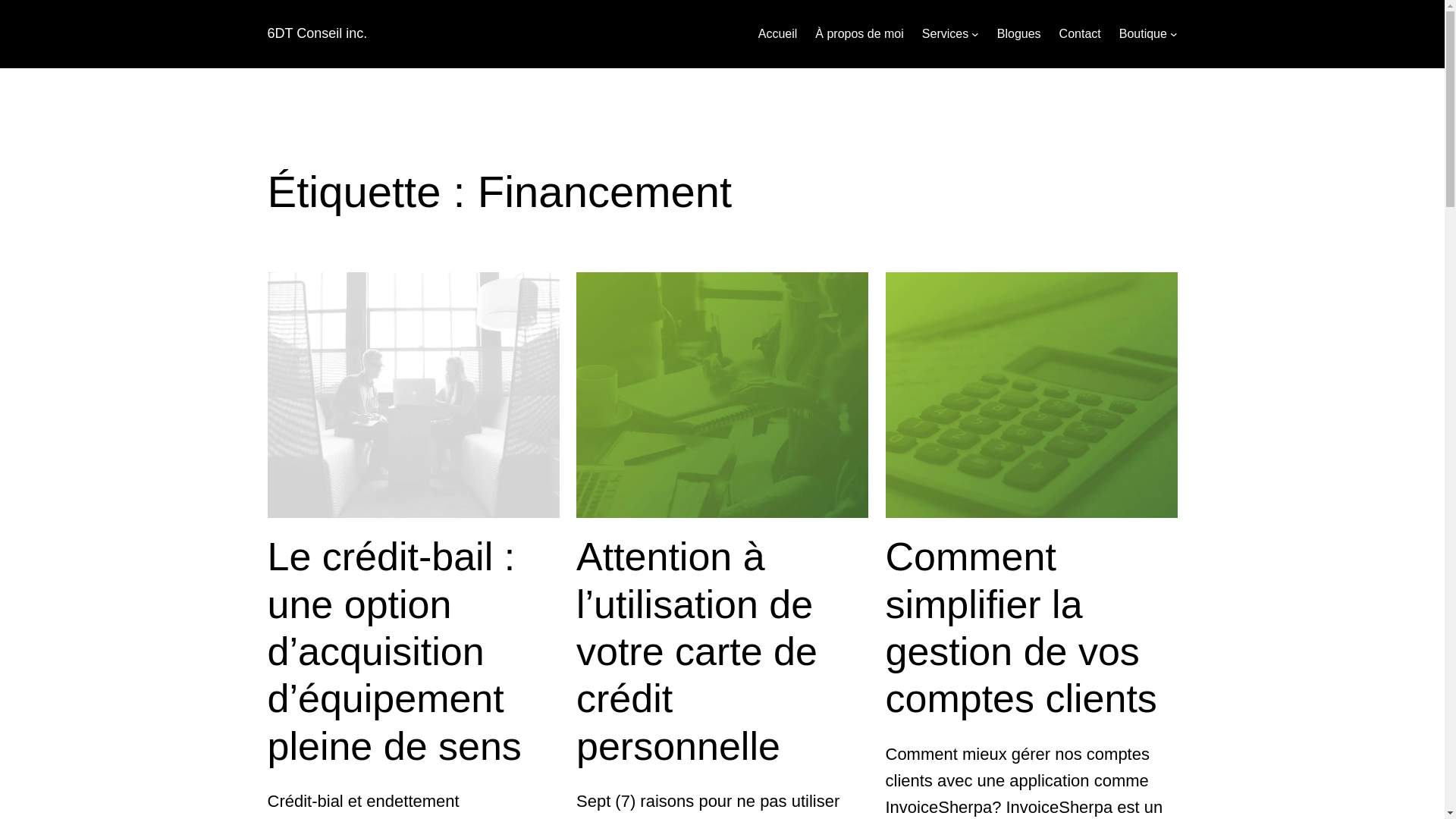  What do you see at coordinates (1143, 34) in the screenshot?
I see `'Boutique'` at bounding box center [1143, 34].